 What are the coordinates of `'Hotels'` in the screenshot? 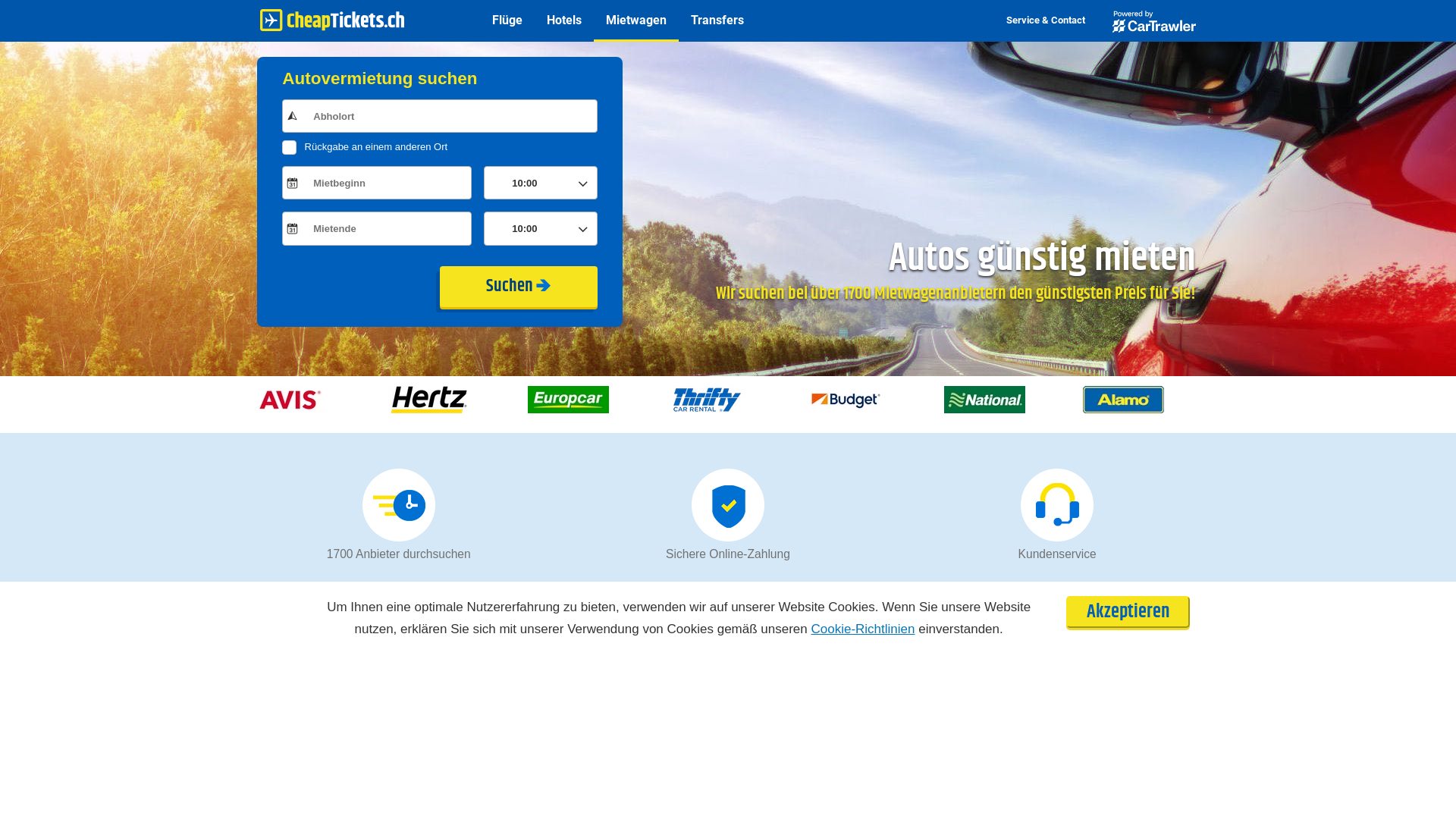 It's located at (563, 20).